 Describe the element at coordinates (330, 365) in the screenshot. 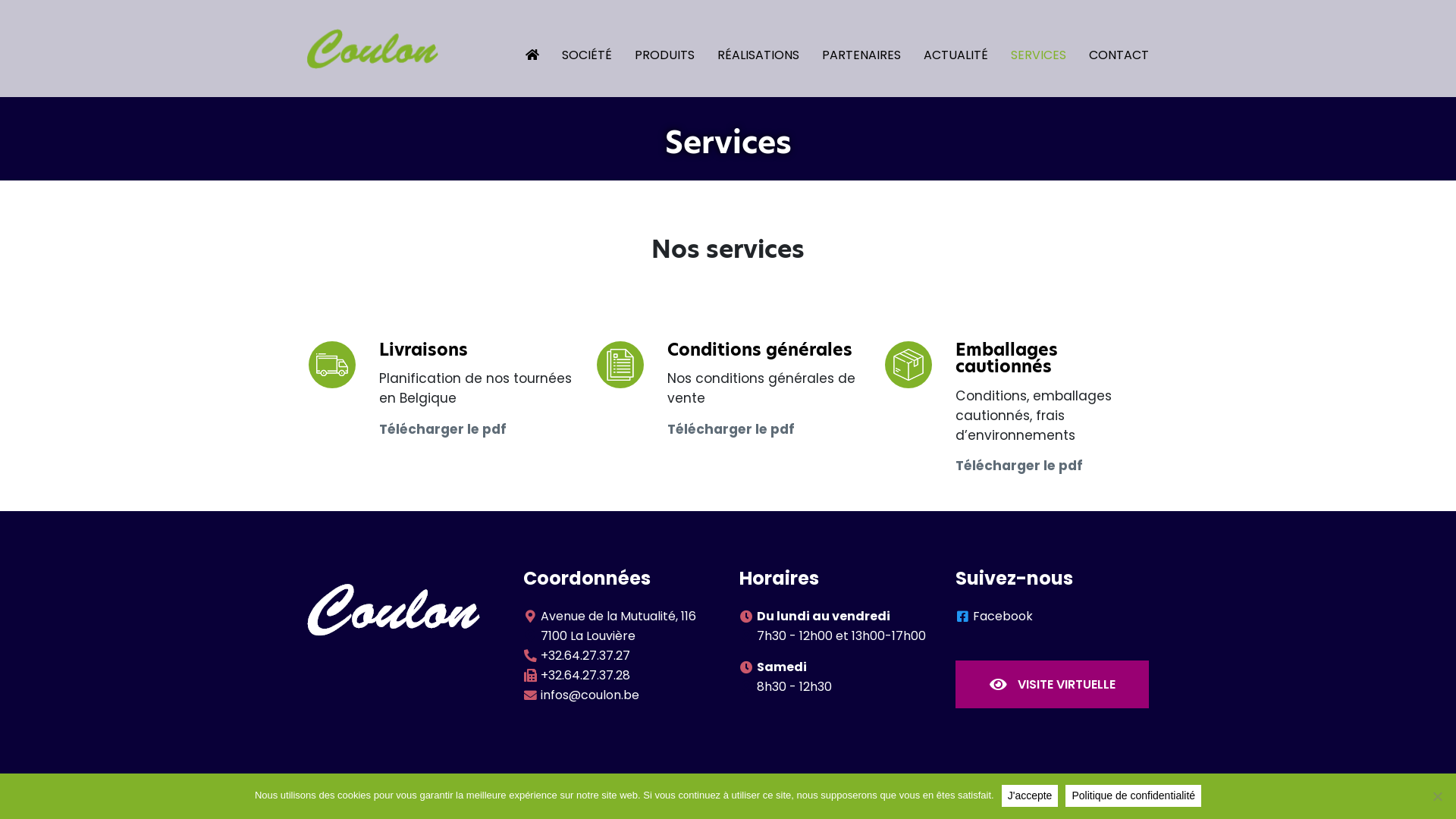

I see `'truck'` at that location.